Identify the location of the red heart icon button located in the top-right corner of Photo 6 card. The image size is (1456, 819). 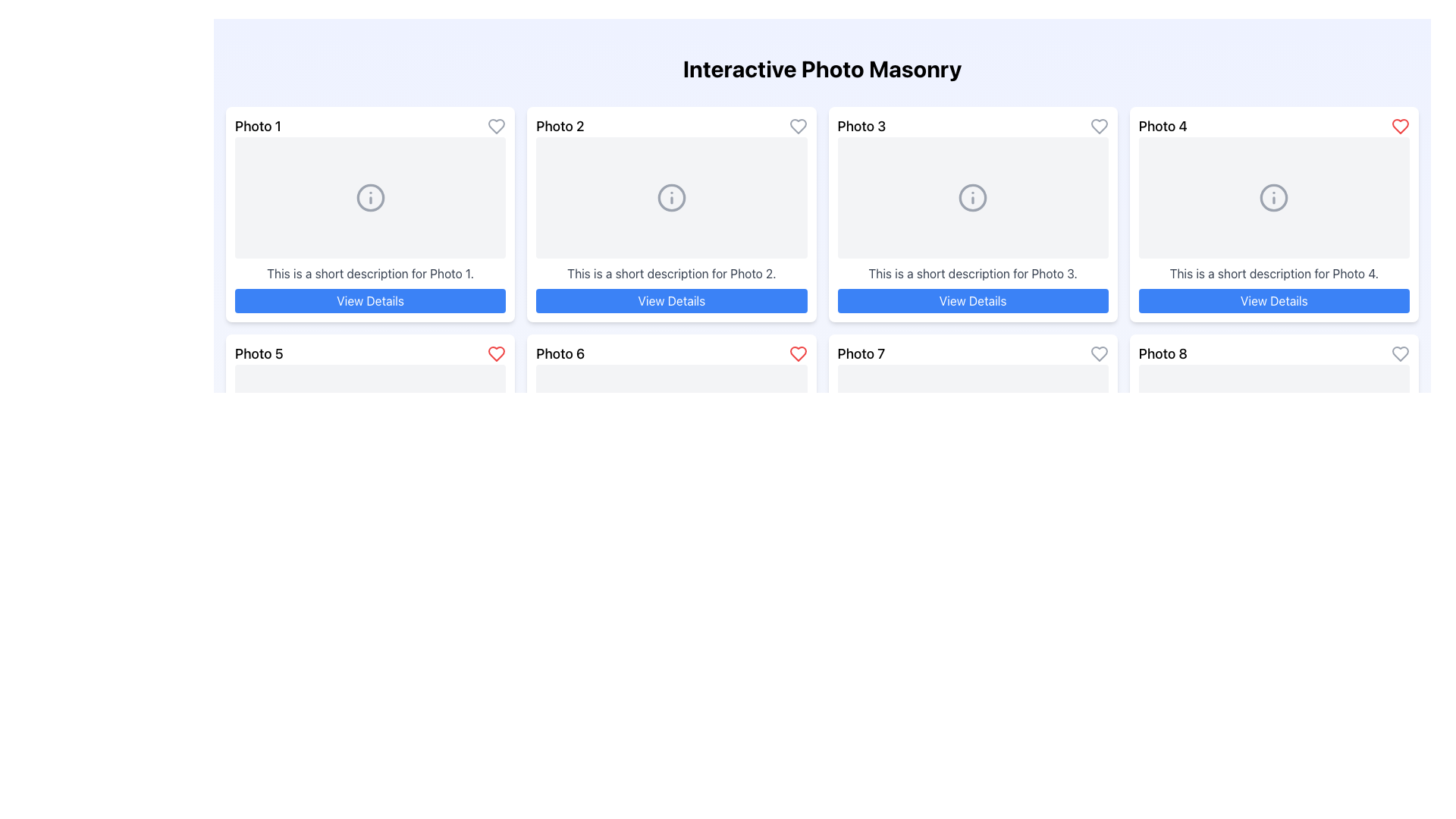
(797, 353).